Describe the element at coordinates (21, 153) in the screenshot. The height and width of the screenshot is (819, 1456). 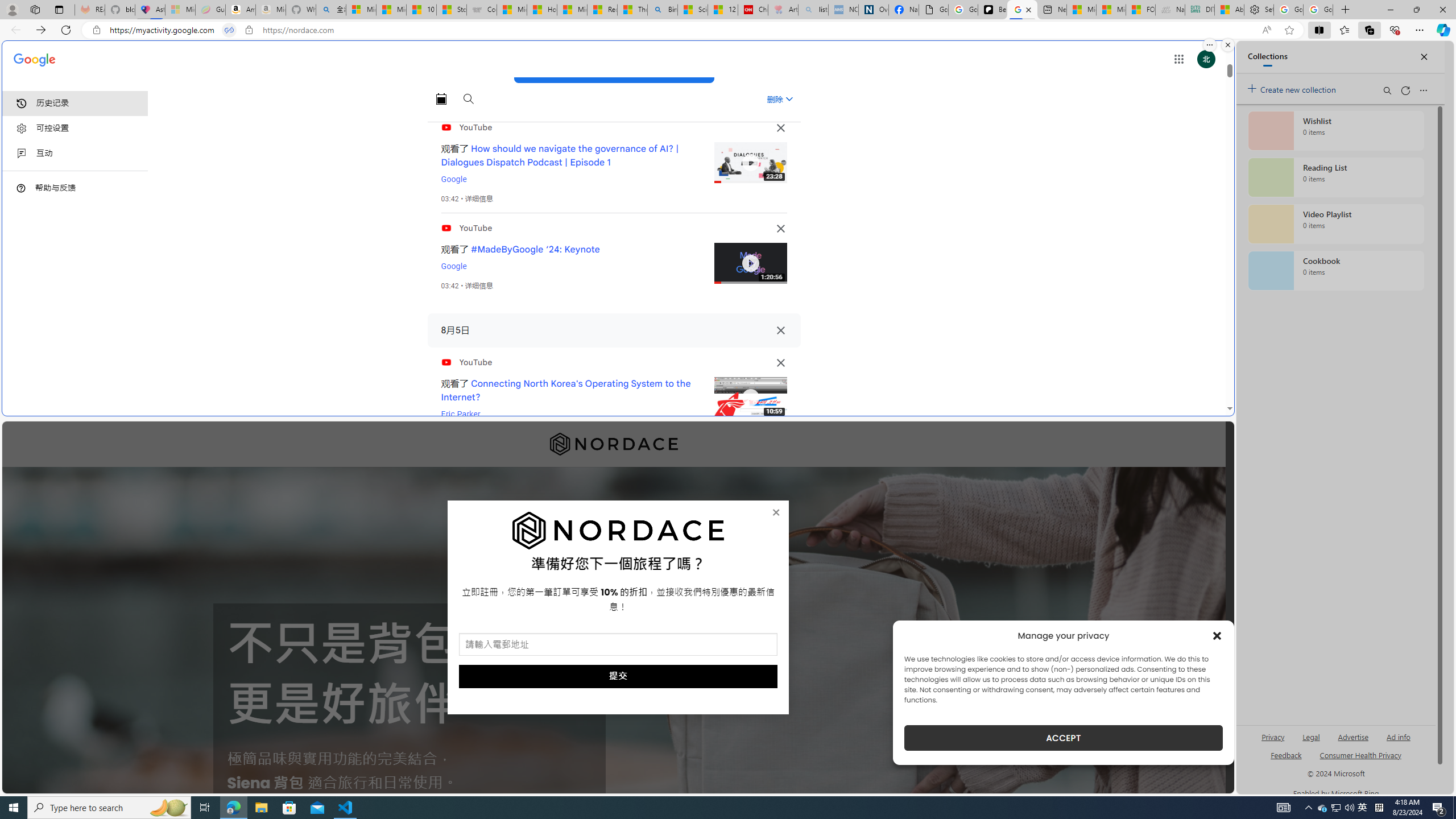
I see `'Class: i2GIId'` at that location.